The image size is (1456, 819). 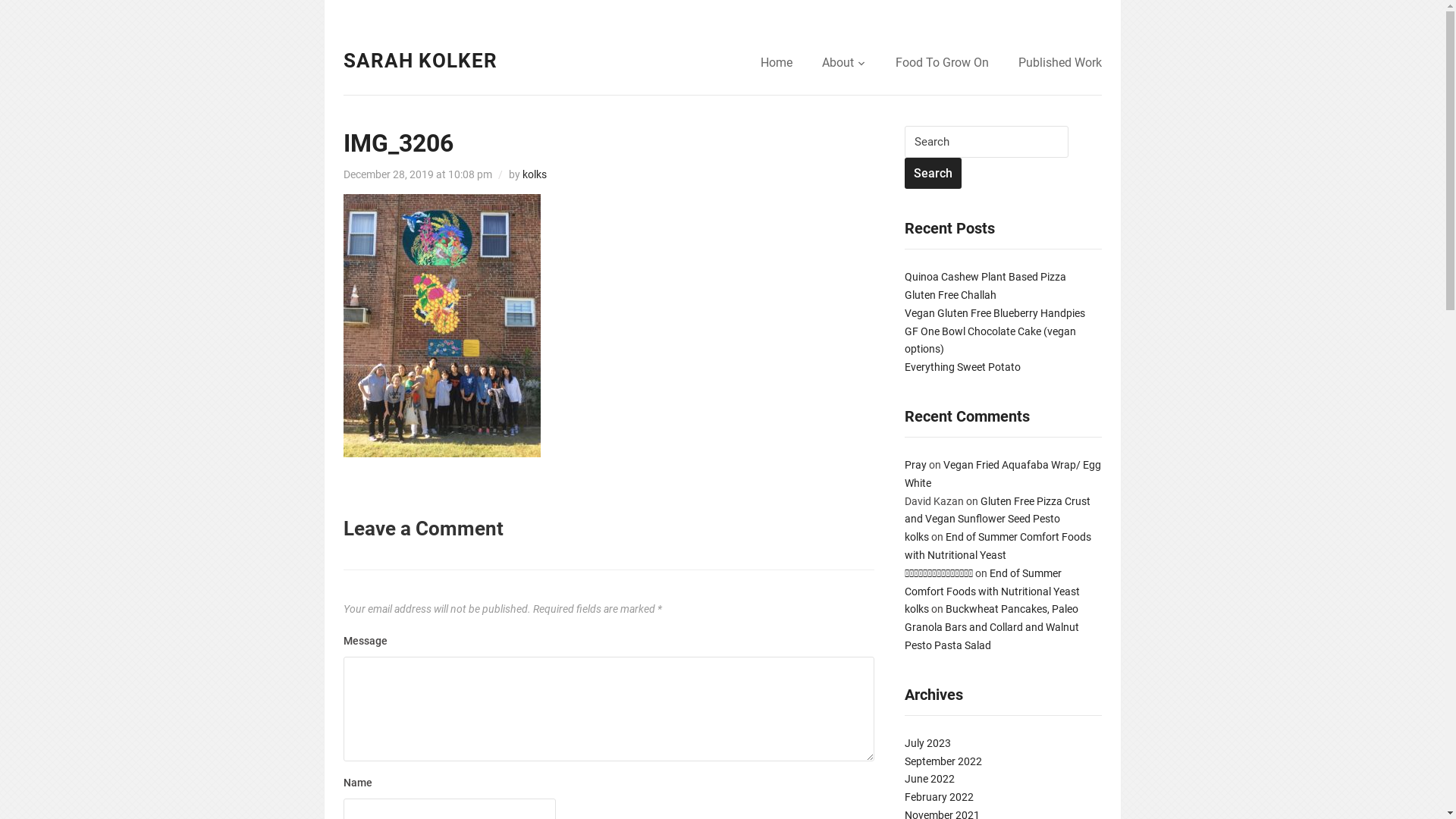 I want to click on 'June 2022', so click(x=927, y=778).